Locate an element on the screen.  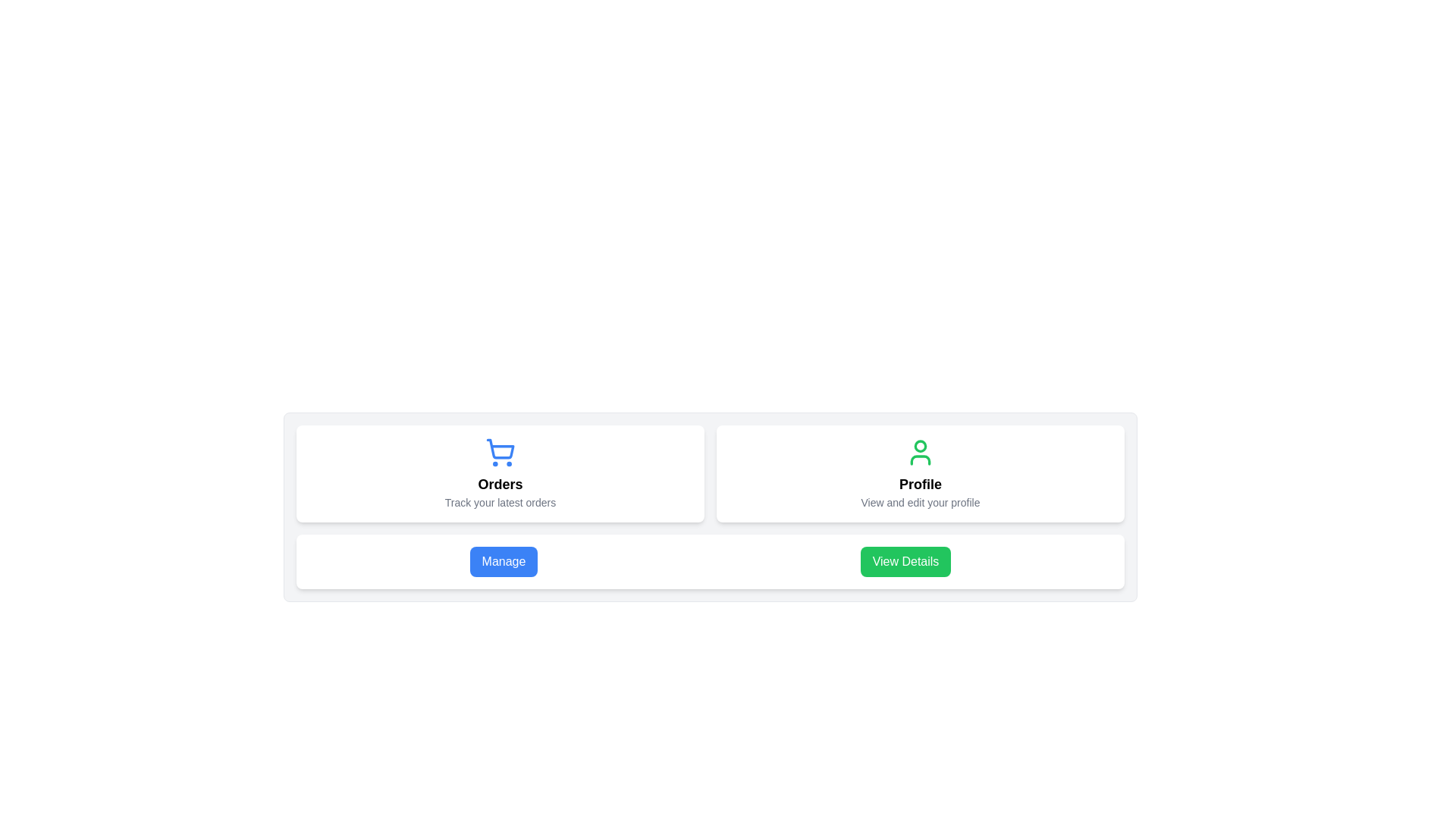
the interactive button located in the bottom section of the 'Orders' module, positioned to the left of the 'View Details' button, to observe the color change is located at coordinates (504, 561).